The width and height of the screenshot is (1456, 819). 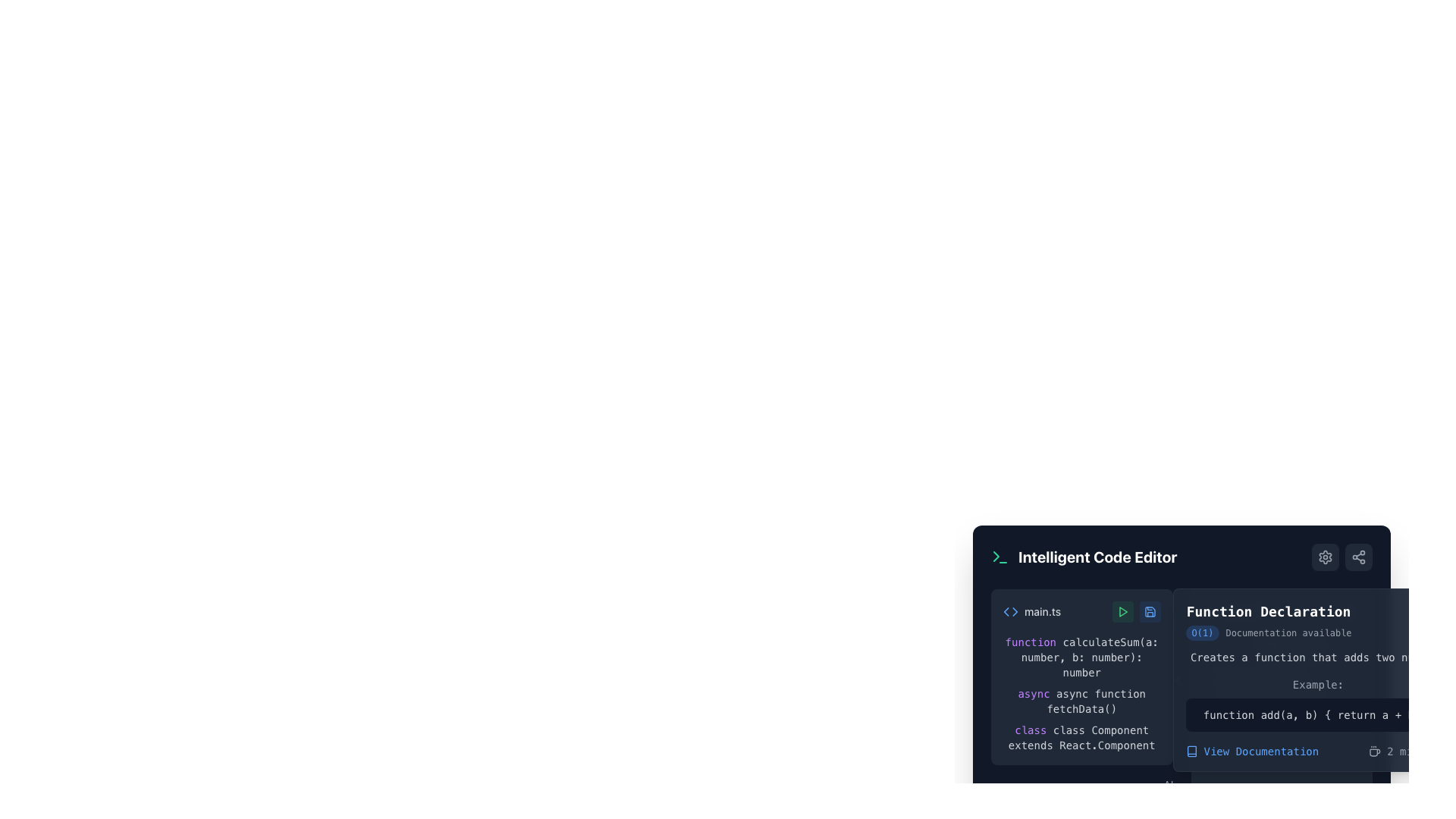 What do you see at coordinates (1031, 642) in the screenshot?
I see `the highlighted purple text keyword 'function' located at the beginning of the function declaration` at bounding box center [1031, 642].